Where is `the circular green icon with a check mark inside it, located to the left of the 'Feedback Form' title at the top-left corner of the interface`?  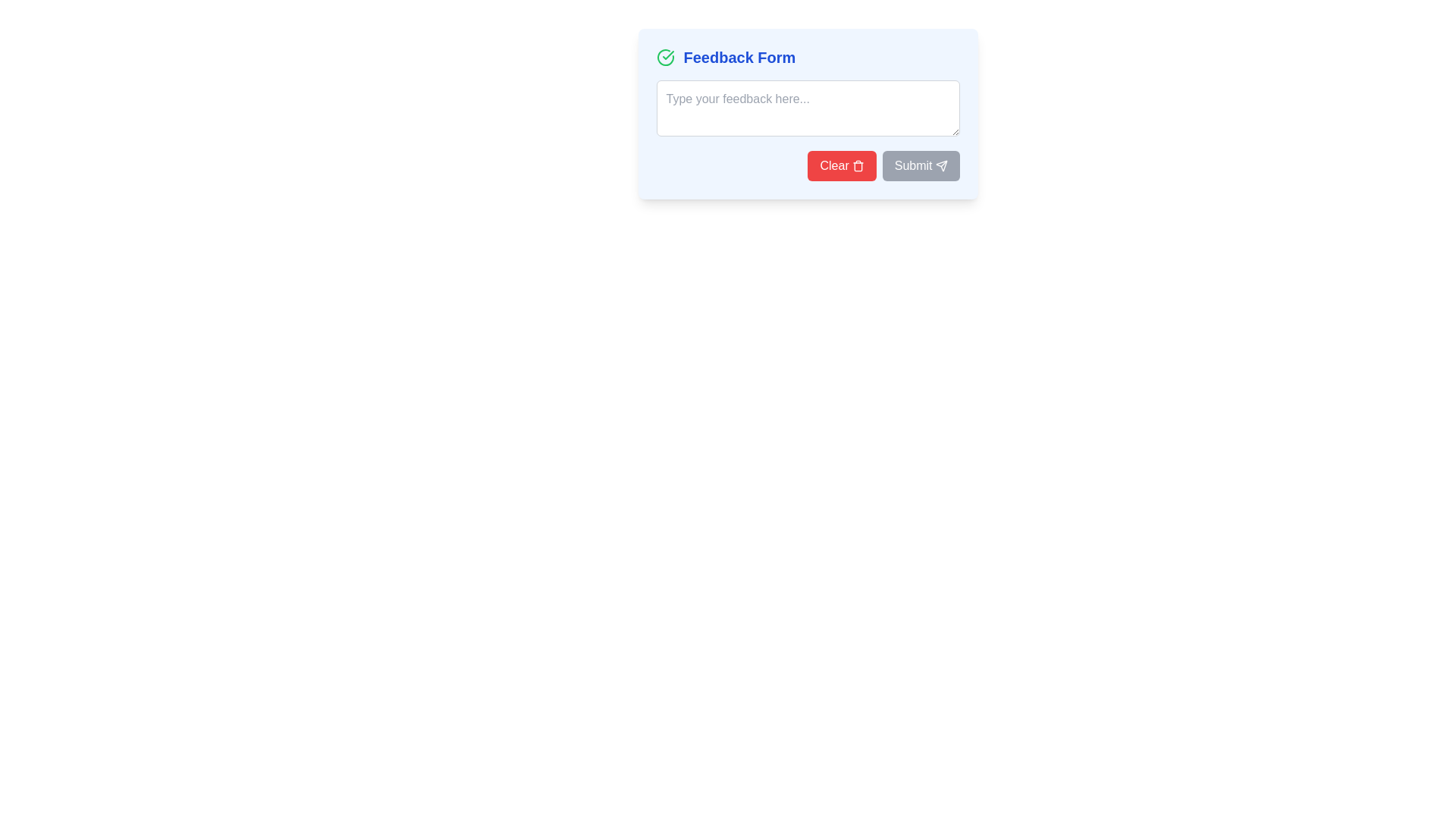
the circular green icon with a check mark inside it, located to the left of the 'Feedback Form' title at the top-left corner of the interface is located at coordinates (665, 57).